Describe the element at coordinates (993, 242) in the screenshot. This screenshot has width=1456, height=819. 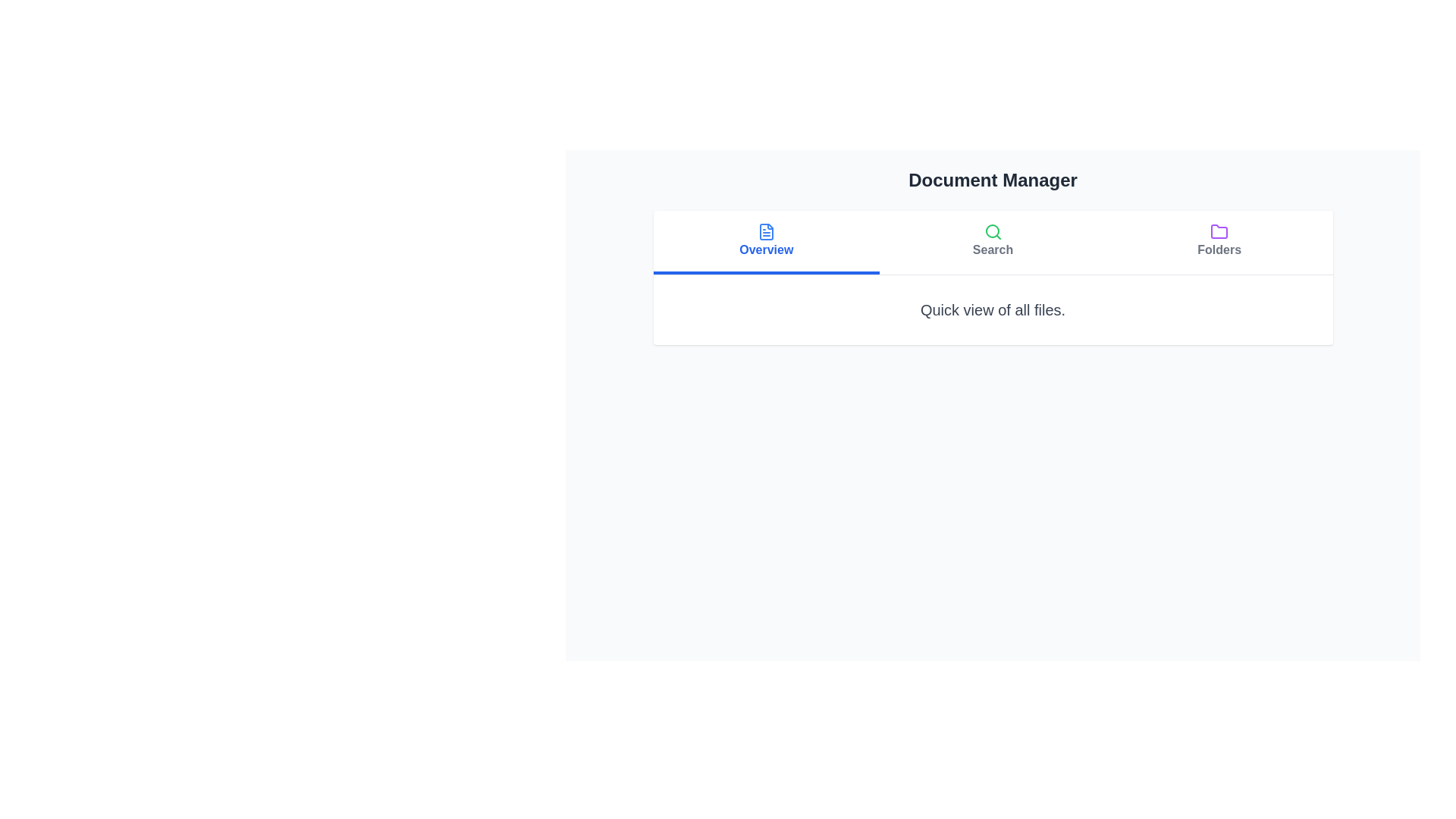
I see `the 'Search' navigation tab button located in the center header section of the application` at that location.